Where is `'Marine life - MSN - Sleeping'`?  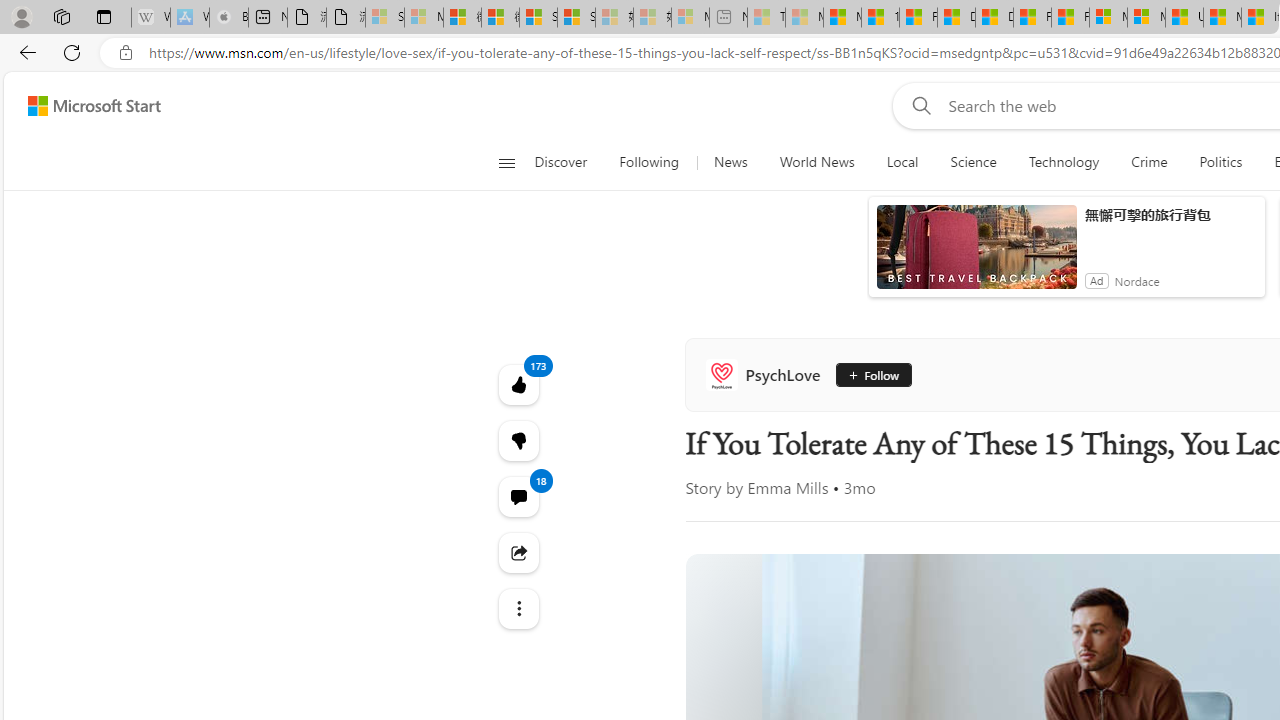
'Marine life - MSN - Sleeping' is located at coordinates (804, 17).